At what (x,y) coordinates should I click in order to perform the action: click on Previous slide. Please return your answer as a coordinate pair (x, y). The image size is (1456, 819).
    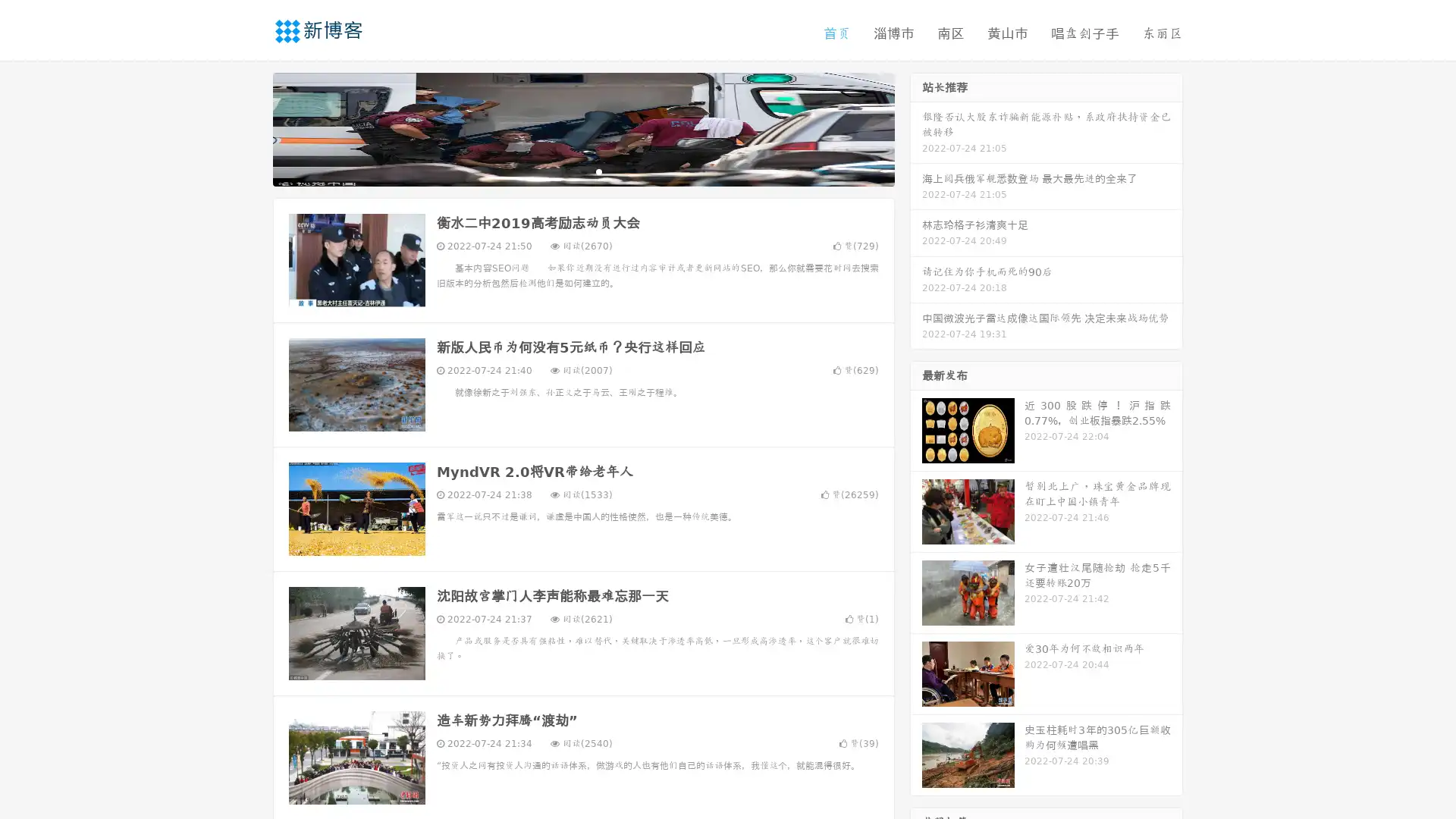
    Looking at the image, I should click on (250, 127).